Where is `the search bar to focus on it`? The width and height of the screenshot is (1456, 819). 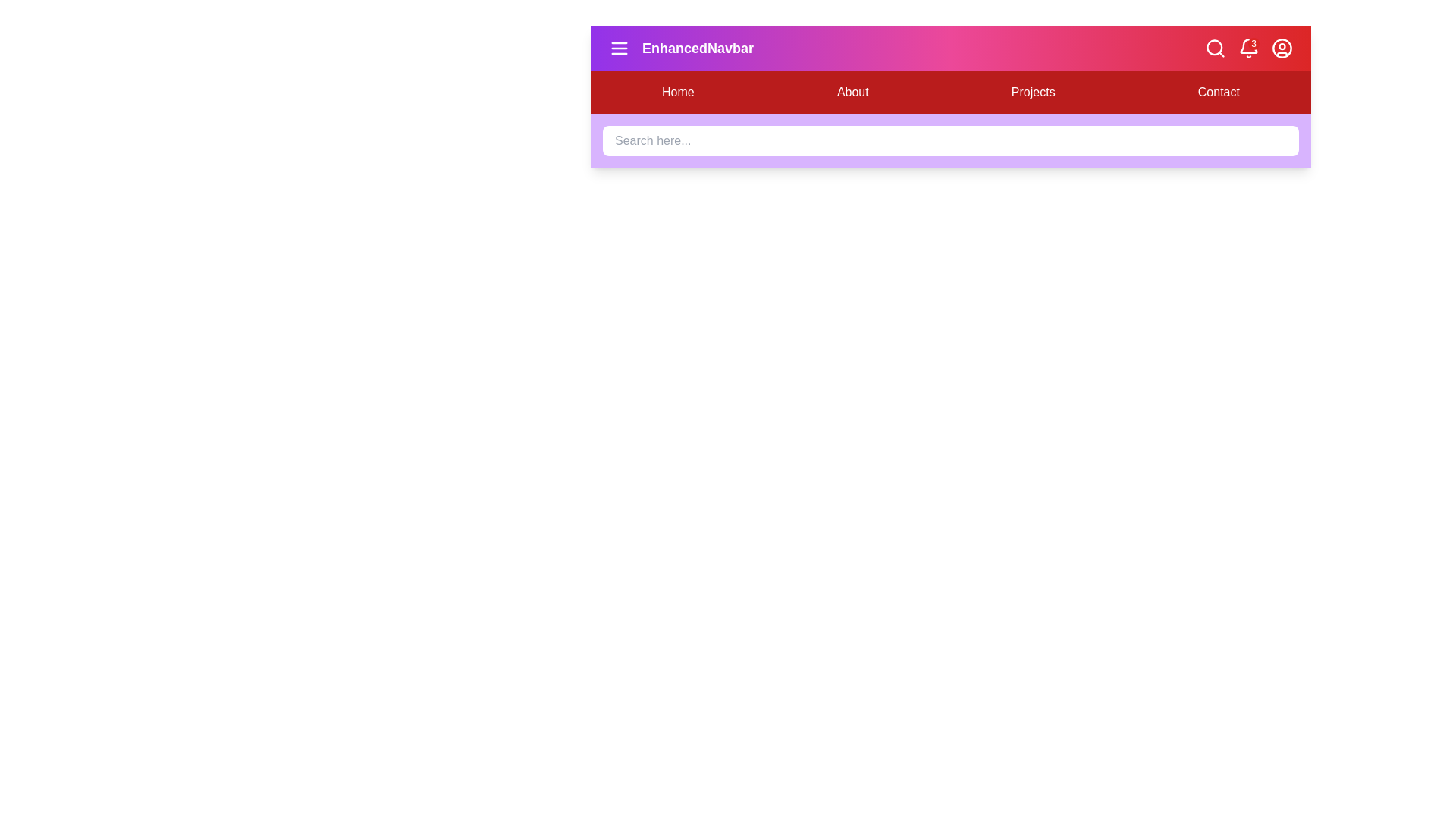
the search bar to focus on it is located at coordinates (949, 140).